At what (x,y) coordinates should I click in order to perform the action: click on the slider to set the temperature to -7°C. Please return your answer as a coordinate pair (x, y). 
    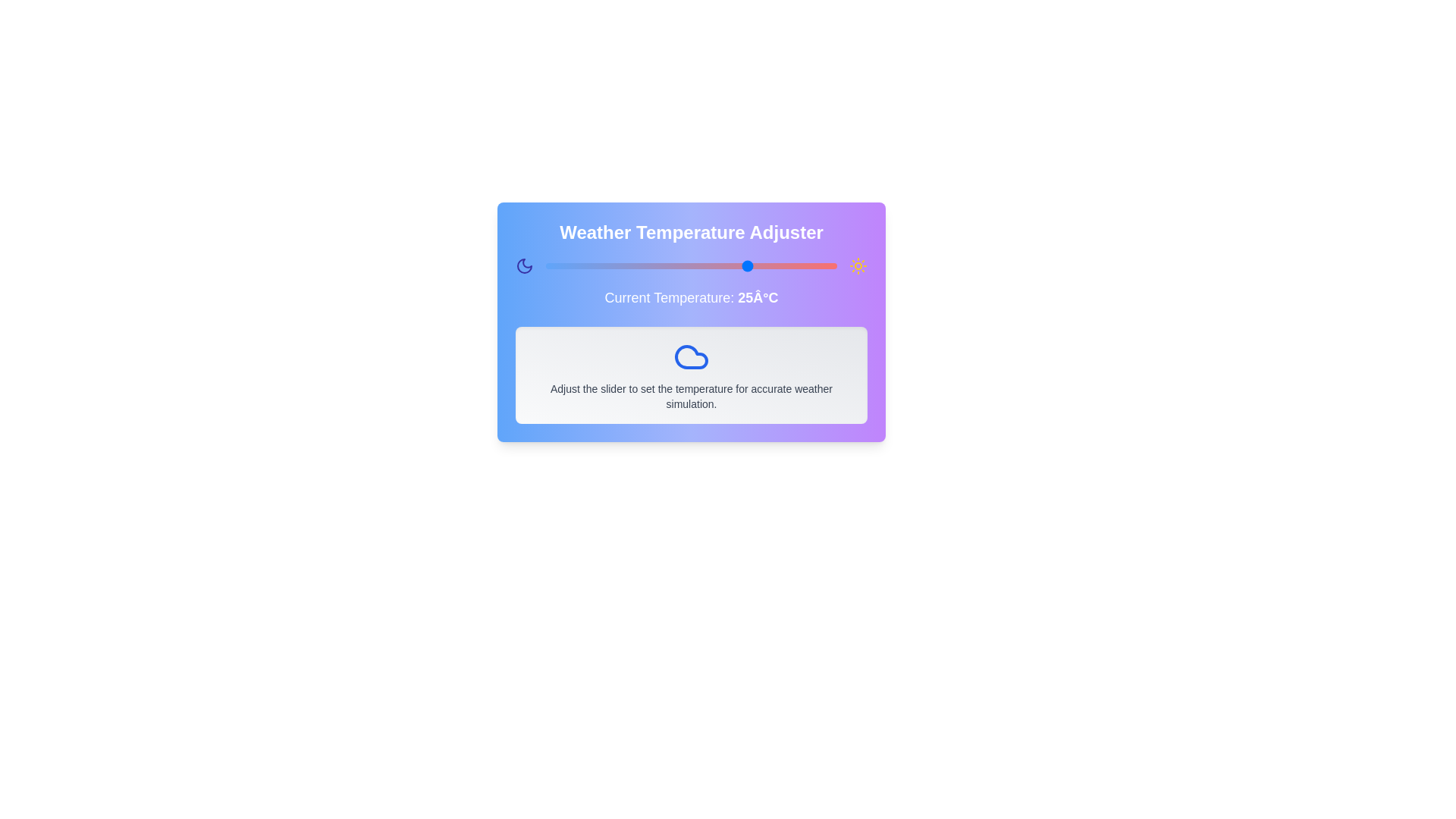
    Looking at the image, I should click on (563, 265).